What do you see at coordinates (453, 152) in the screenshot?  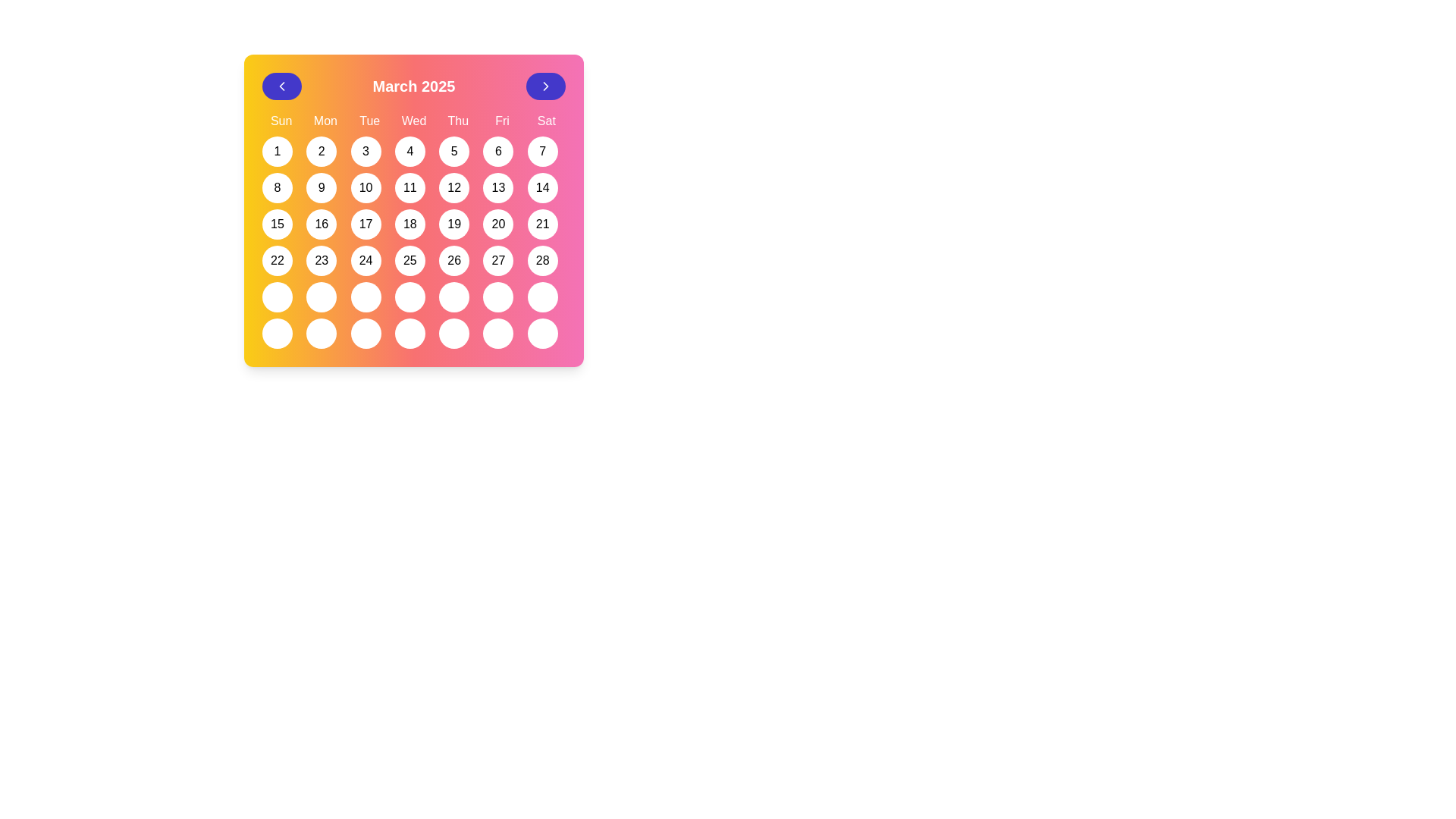 I see `the circular button with a white background and the number '5' in black text, located in the calendar grid at the position for Thursday` at bounding box center [453, 152].